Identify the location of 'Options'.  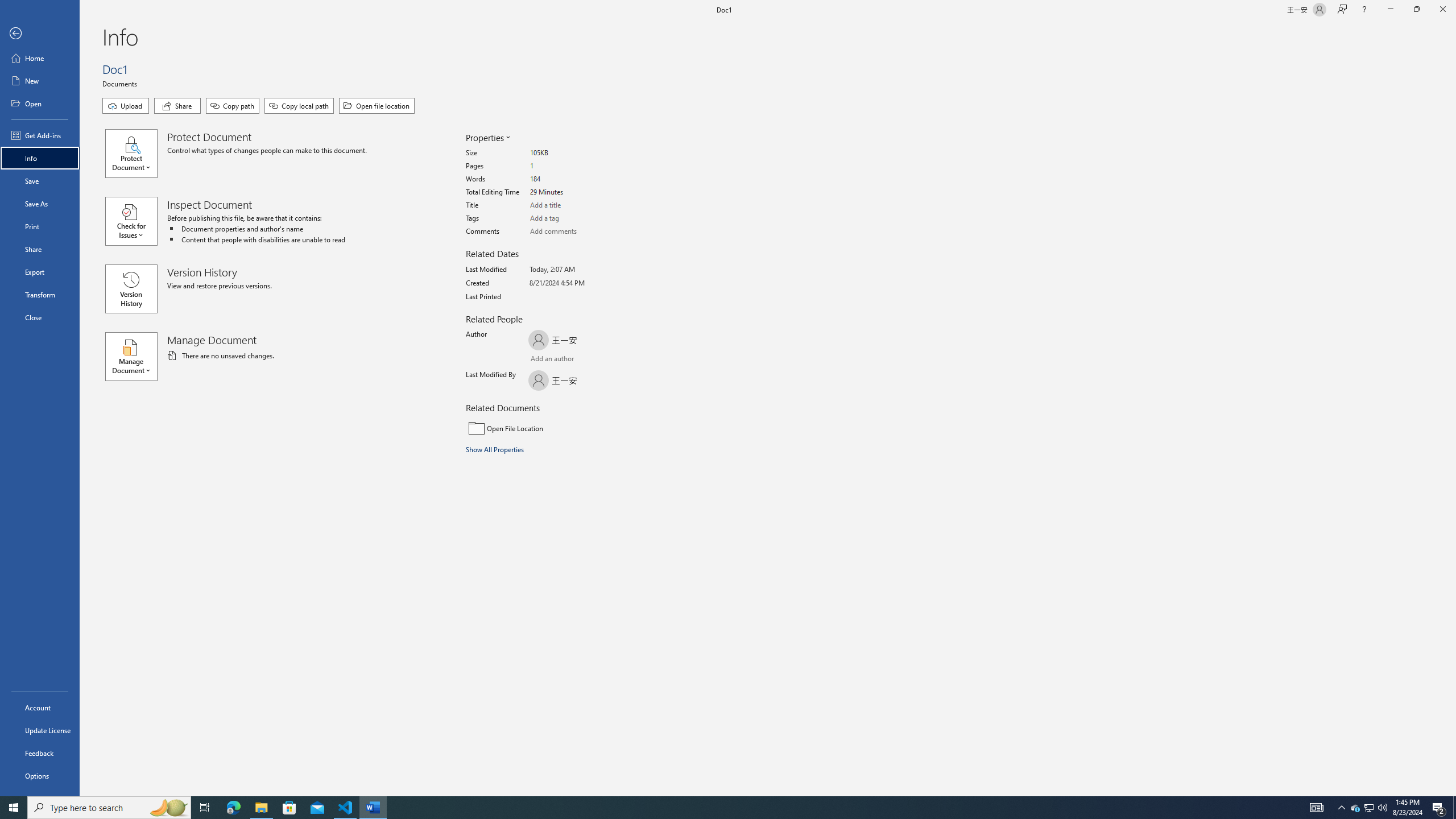
(39, 775).